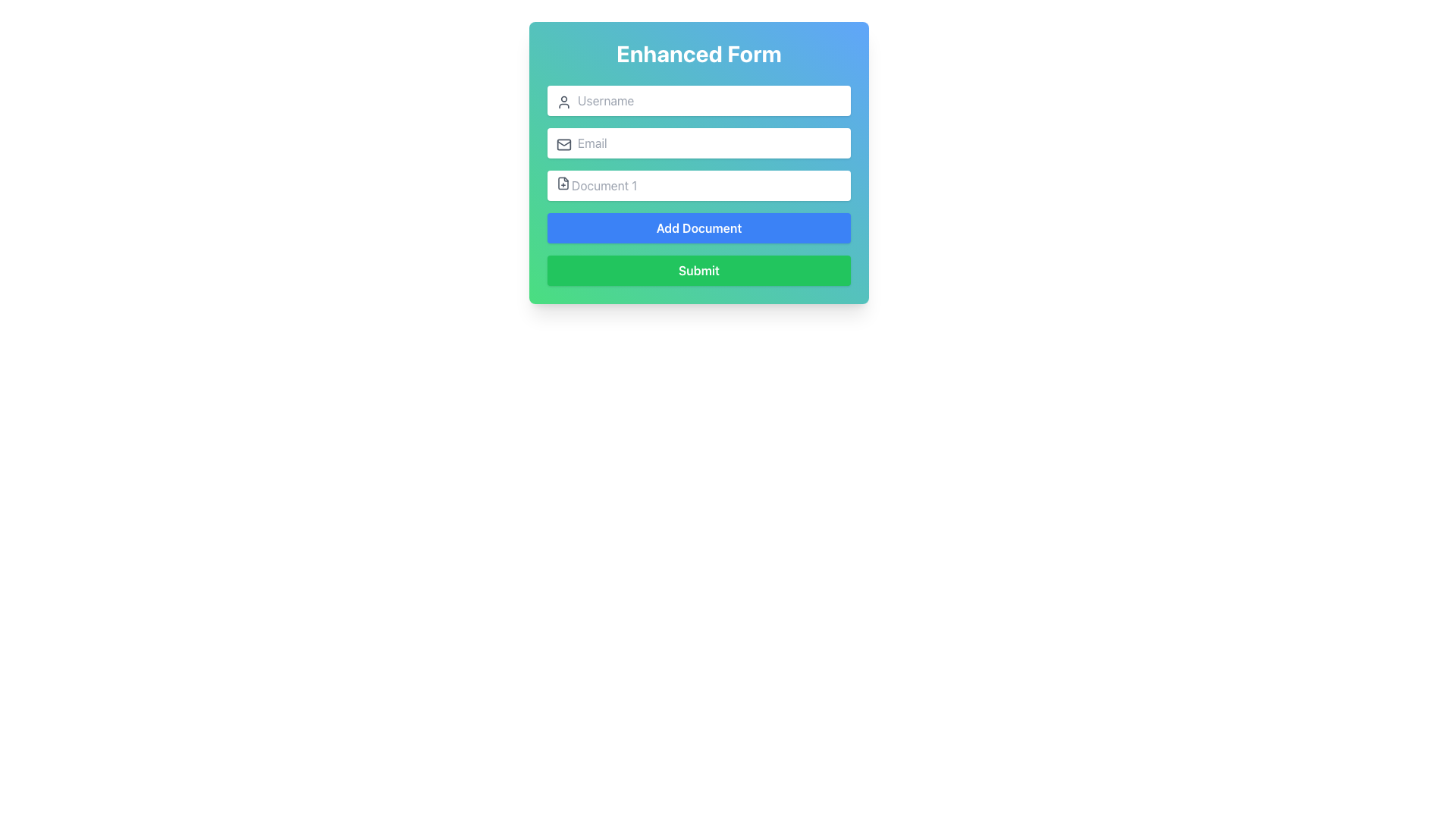  What do you see at coordinates (563, 145) in the screenshot?
I see `the small rectangular box within the mail icon, which is part of the visual embellishment for the 'Email' input field` at bounding box center [563, 145].